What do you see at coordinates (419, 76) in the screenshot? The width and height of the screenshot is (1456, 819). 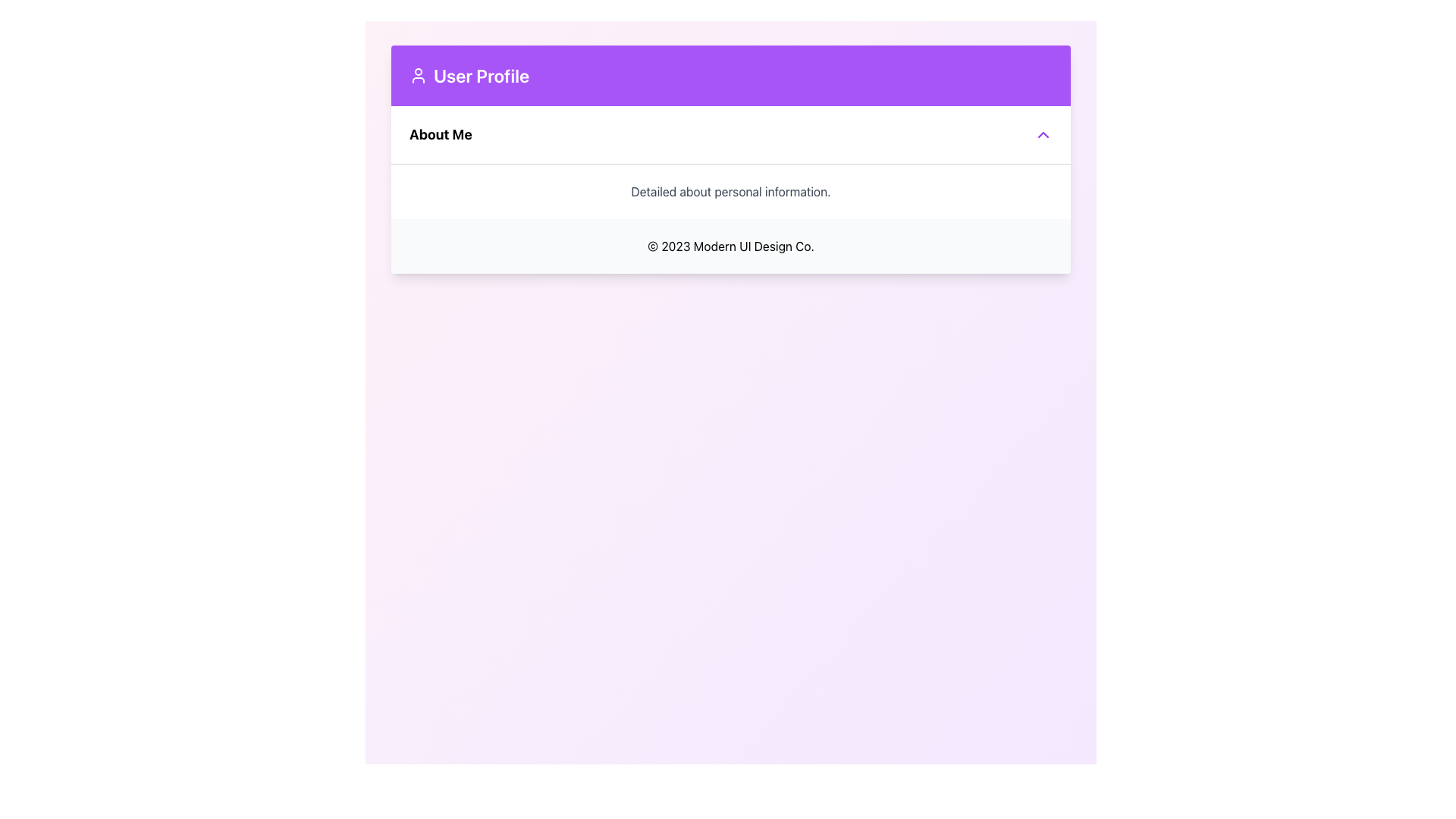 I see `the user profile icon located at the top-left area of the interface, next to the 'User Profile' text` at bounding box center [419, 76].